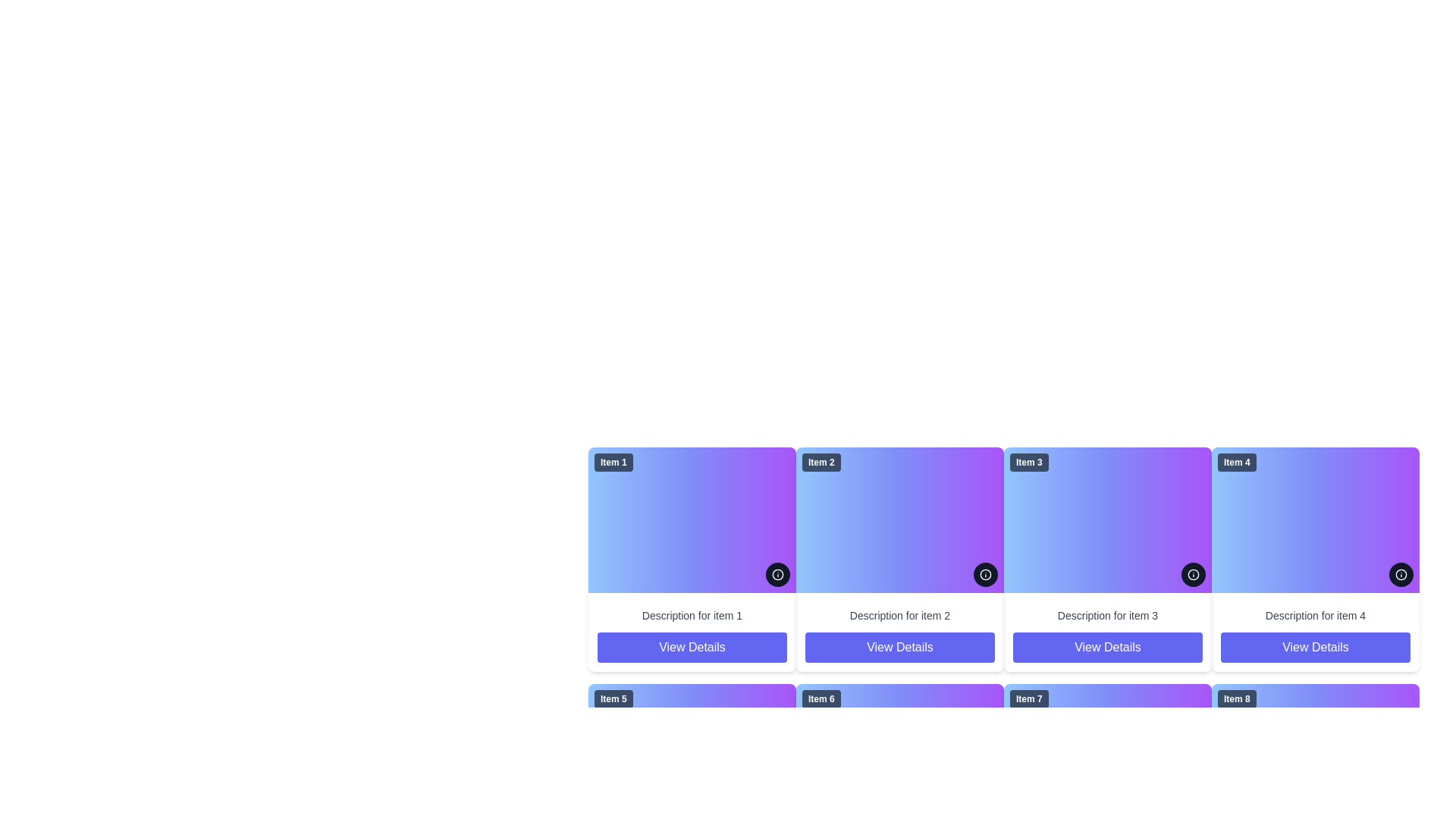 The image size is (1456, 819). I want to click on the small circle within the graphical icon located at the bottom-right area of the card labeled 'Item 2', so click(778, 575).